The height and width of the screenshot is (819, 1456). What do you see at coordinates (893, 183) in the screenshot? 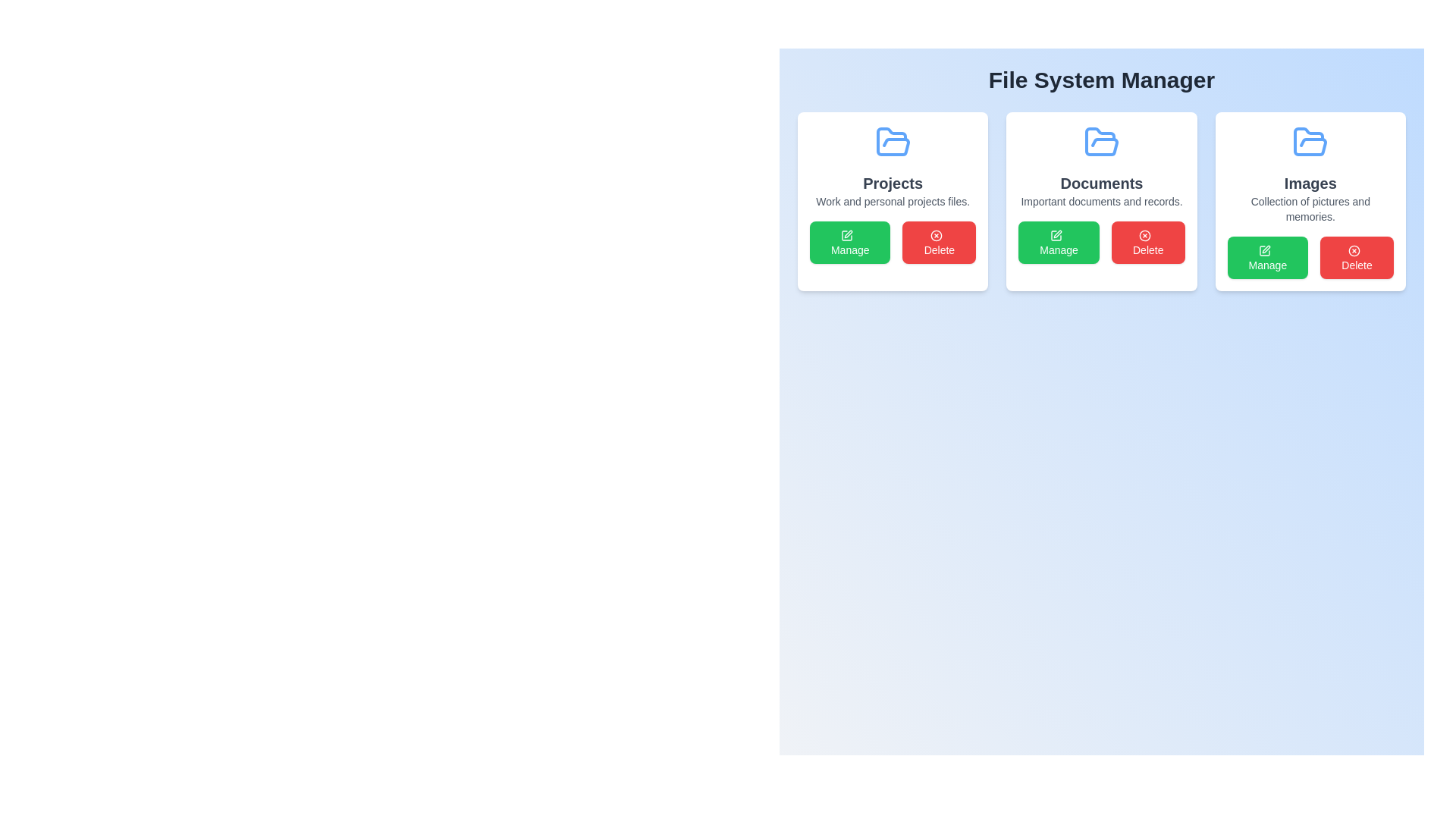
I see `the text label that displays the word 'Projects' in bold, dark-gray font, located centrally within a white card interface, and positioned below an open folder icon` at bounding box center [893, 183].